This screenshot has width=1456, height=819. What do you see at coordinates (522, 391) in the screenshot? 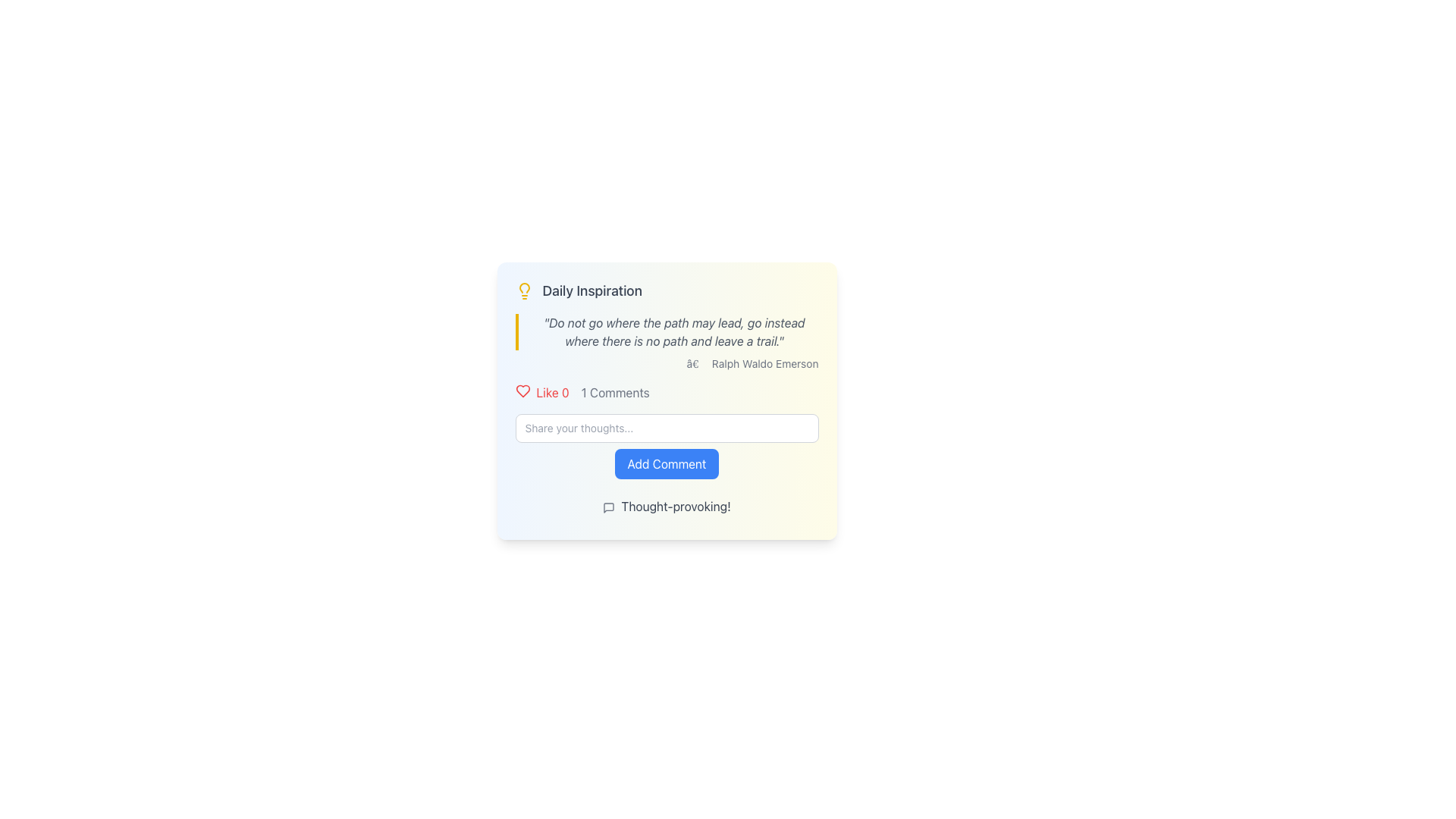
I see `the heart-shaped icon that allows users to indicate liking or favoriting content` at bounding box center [522, 391].